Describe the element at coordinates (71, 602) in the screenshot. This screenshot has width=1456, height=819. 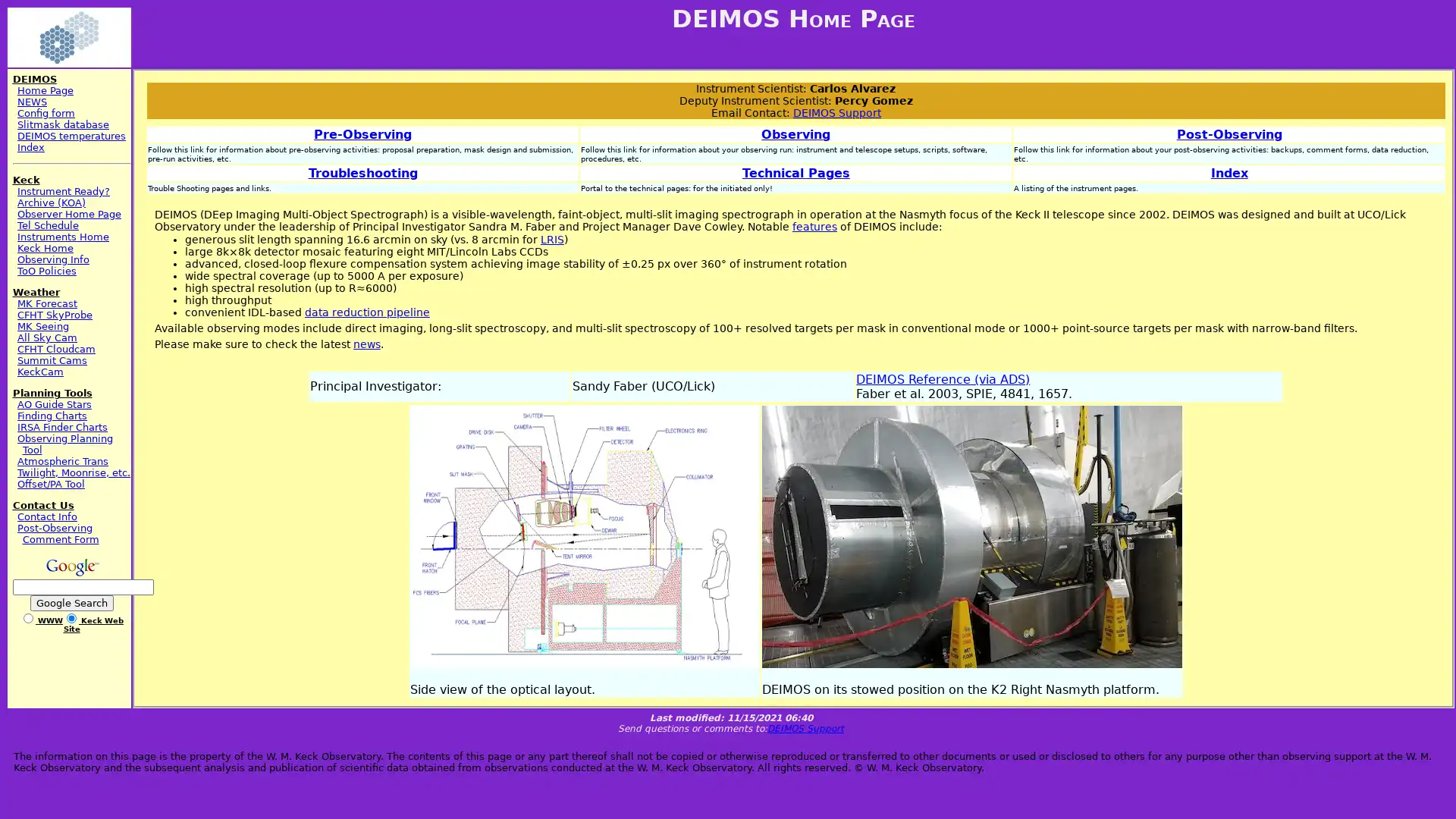
I see `Google Search` at that location.